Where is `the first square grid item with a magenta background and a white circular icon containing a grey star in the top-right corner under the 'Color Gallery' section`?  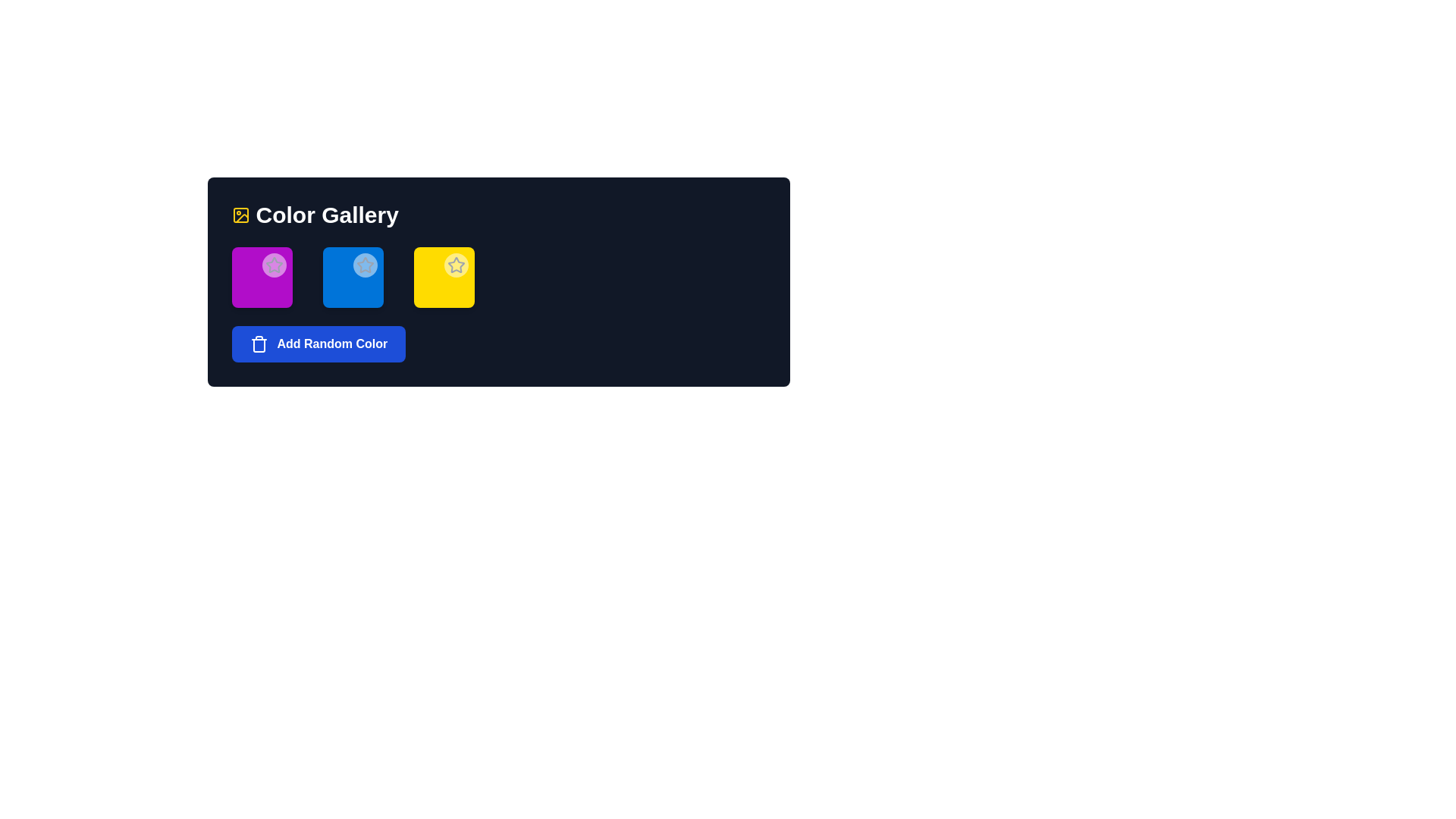 the first square grid item with a magenta background and a white circular icon containing a grey star in the top-right corner under the 'Color Gallery' section is located at coordinates (262, 278).